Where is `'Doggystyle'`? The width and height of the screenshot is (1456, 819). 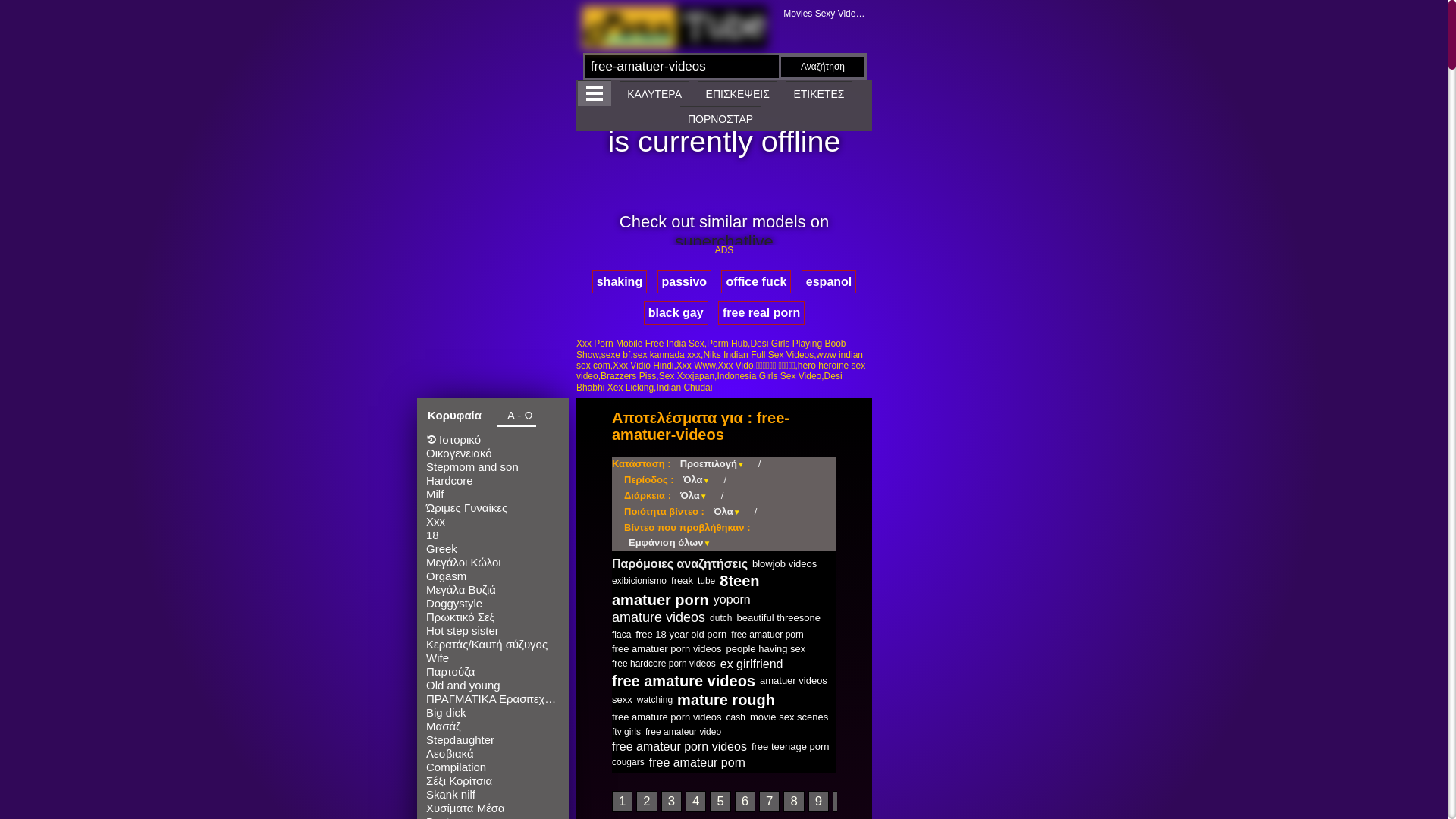
'Doggystyle' is located at coordinates (492, 602).